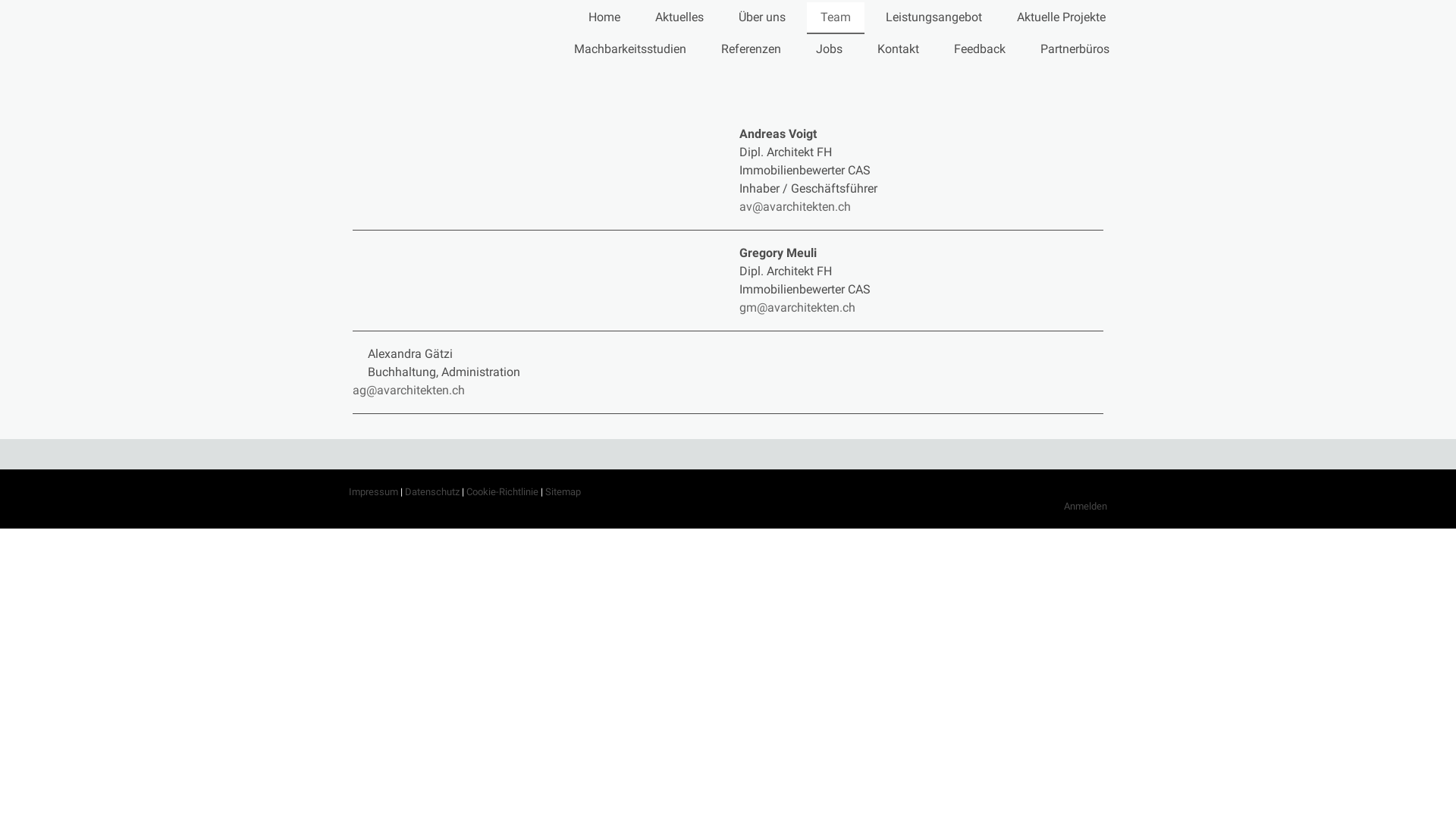 The height and width of the screenshot is (819, 1456). What do you see at coordinates (933, 17) in the screenshot?
I see `'Leistungsangebot'` at bounding box center [933, 17].